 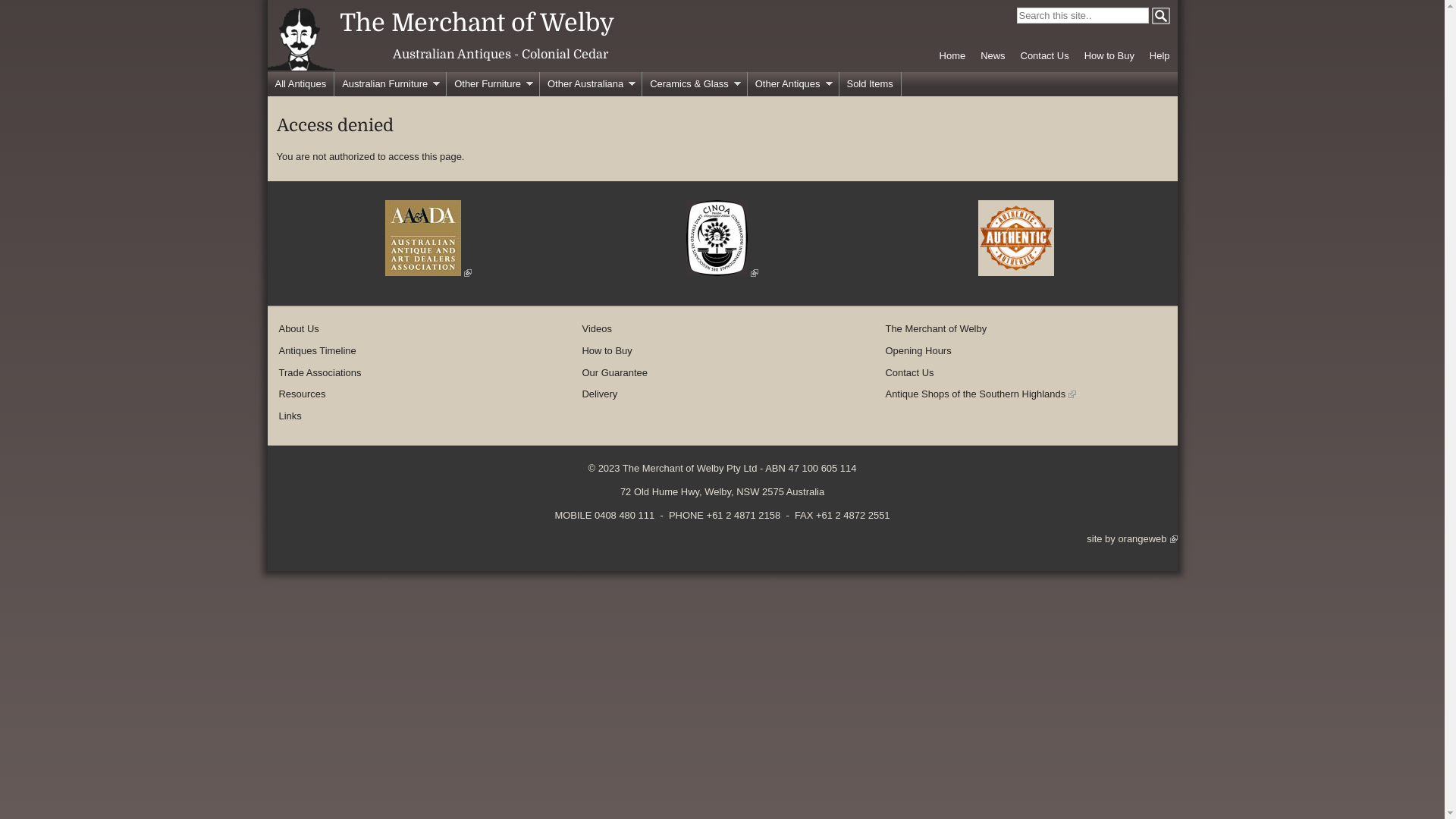 What do you see at coordinates (686, 271) in the screenshot?
I see `'(link is external)'` at bounding box center [686, 271].